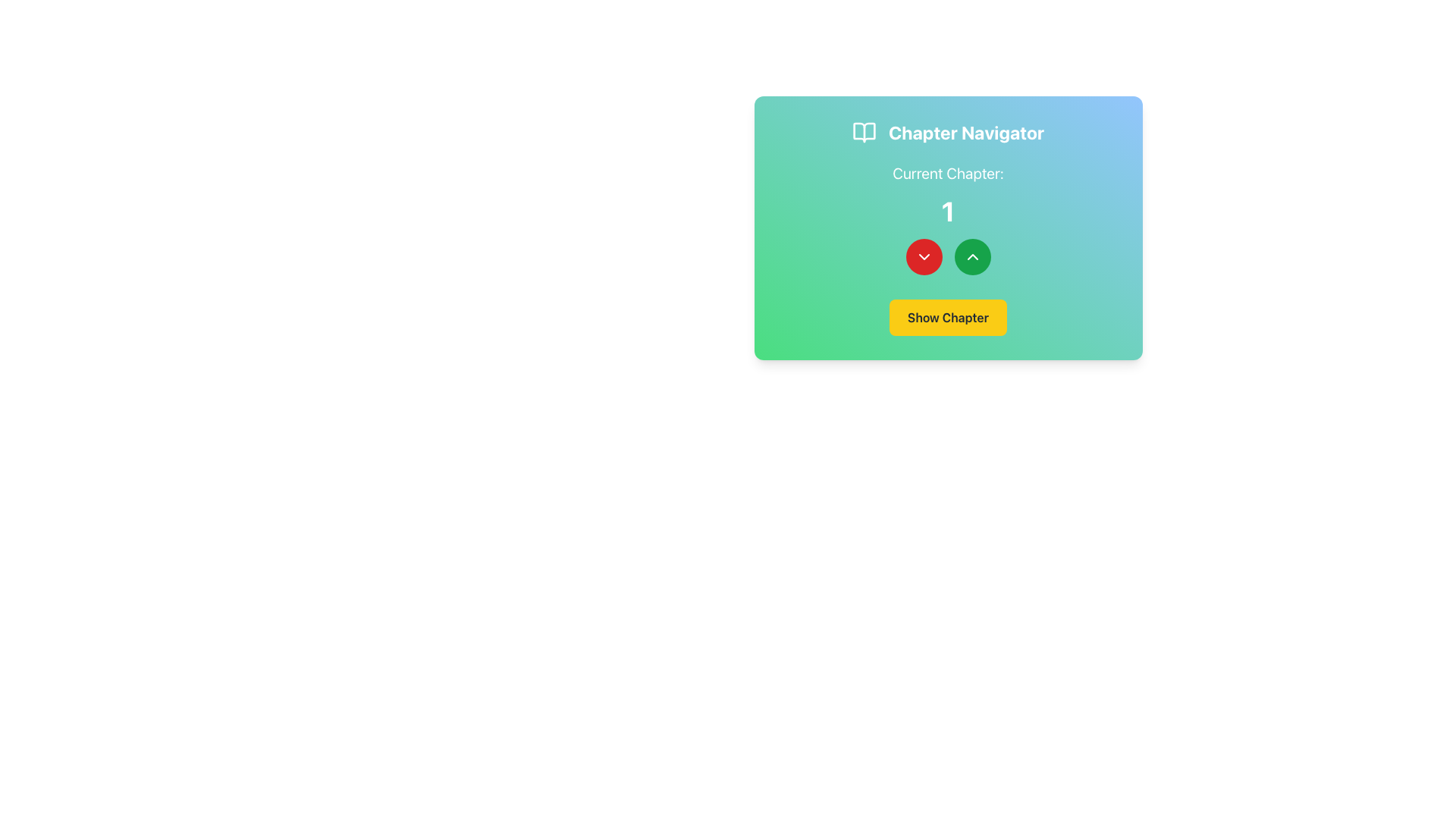 This screenshot has width=1456, height=819. What do you see at coordinates (947, 317) in the screenshot?
I see `the 'Show Chapter' button with a yellow background located at the bottom center of the 'Chapter Navigator' card to observe its hover effect` at bounding box center [947, 317].